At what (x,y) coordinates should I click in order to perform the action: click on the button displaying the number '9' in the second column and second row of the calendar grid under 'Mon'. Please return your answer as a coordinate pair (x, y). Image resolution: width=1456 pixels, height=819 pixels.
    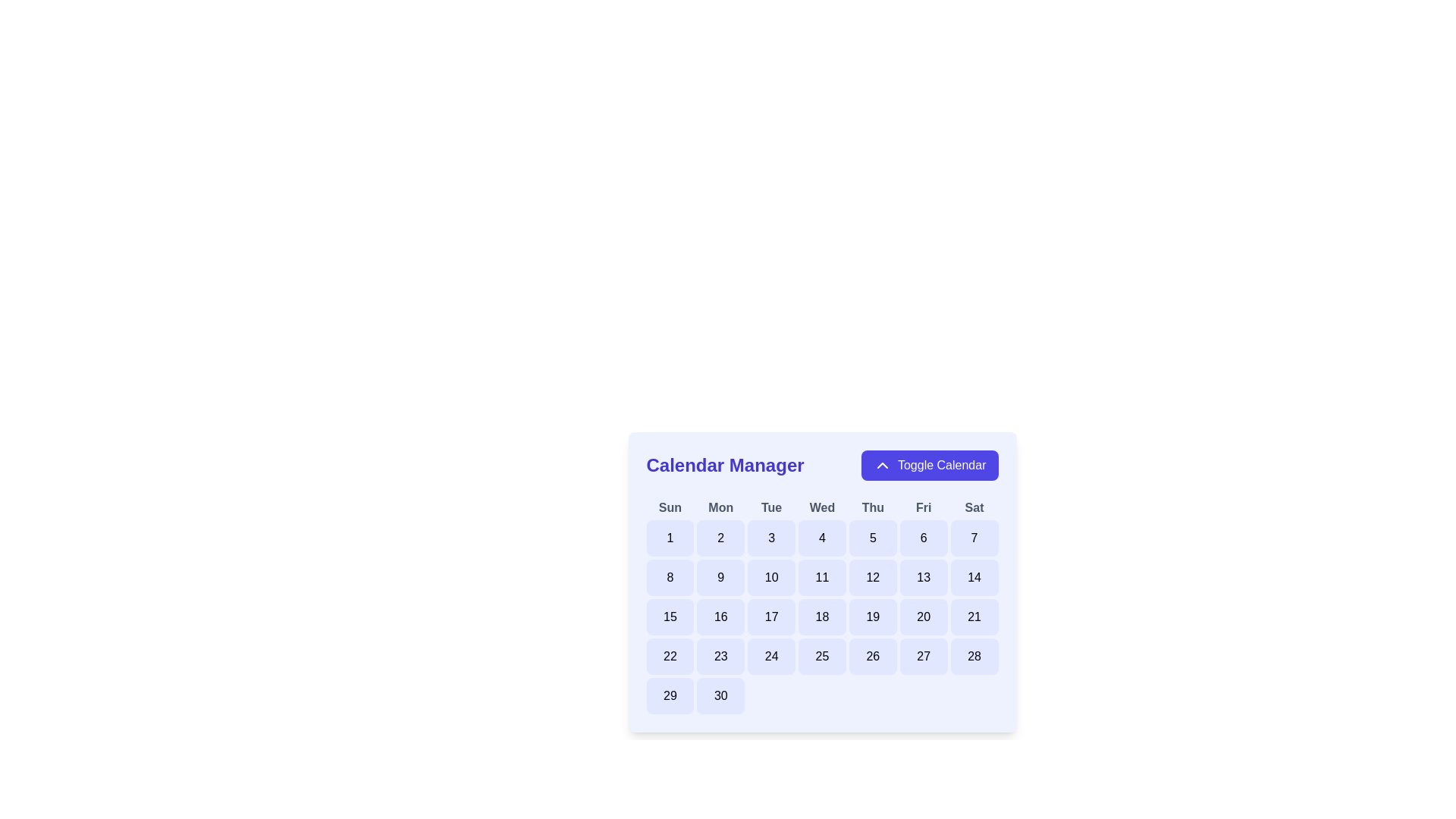
    Looking at the image, I should click on (720, 578).